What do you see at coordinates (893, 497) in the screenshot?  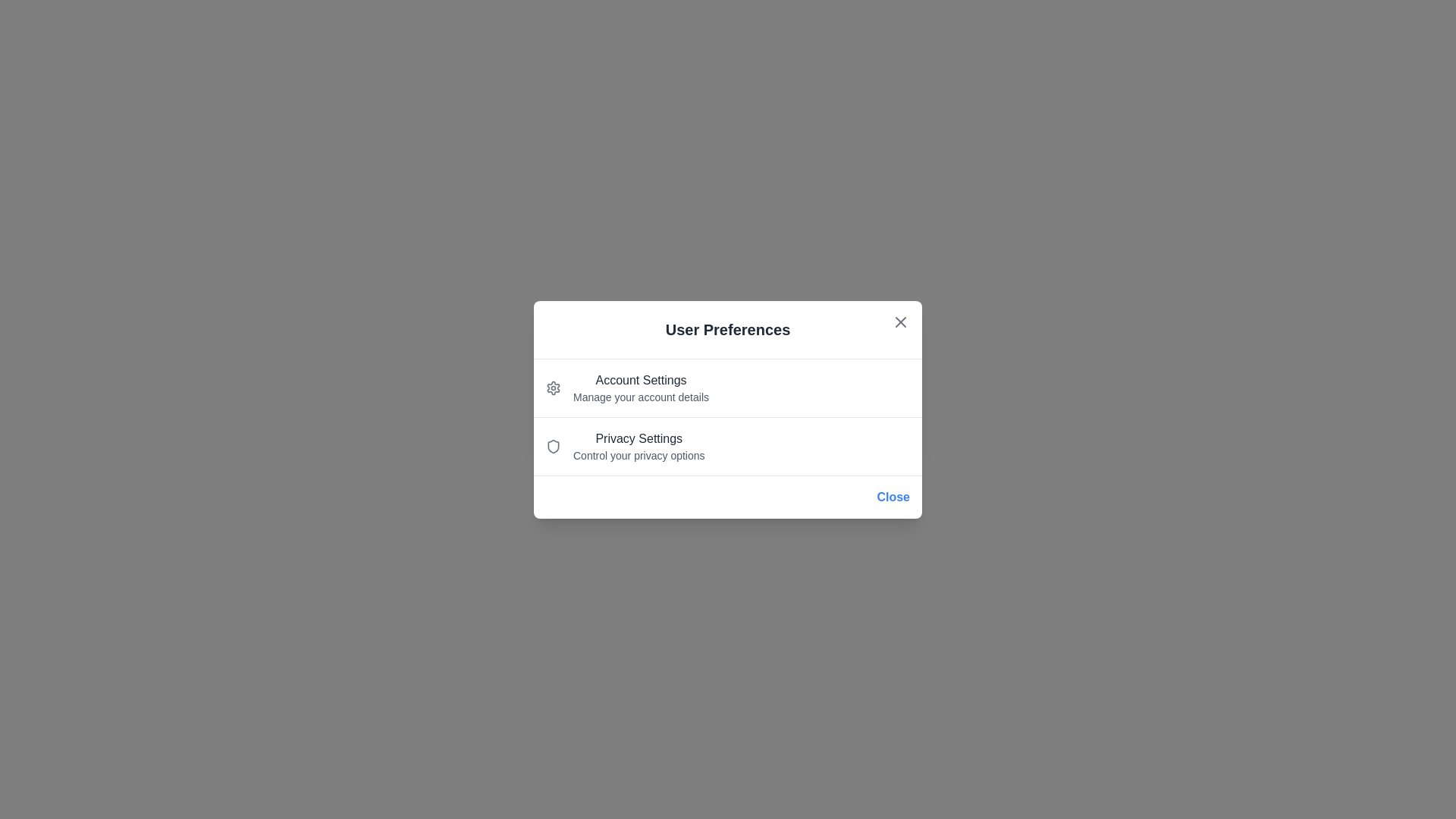 I see `the 'Close' button to close the dialog` at bounding box center [893, 497].